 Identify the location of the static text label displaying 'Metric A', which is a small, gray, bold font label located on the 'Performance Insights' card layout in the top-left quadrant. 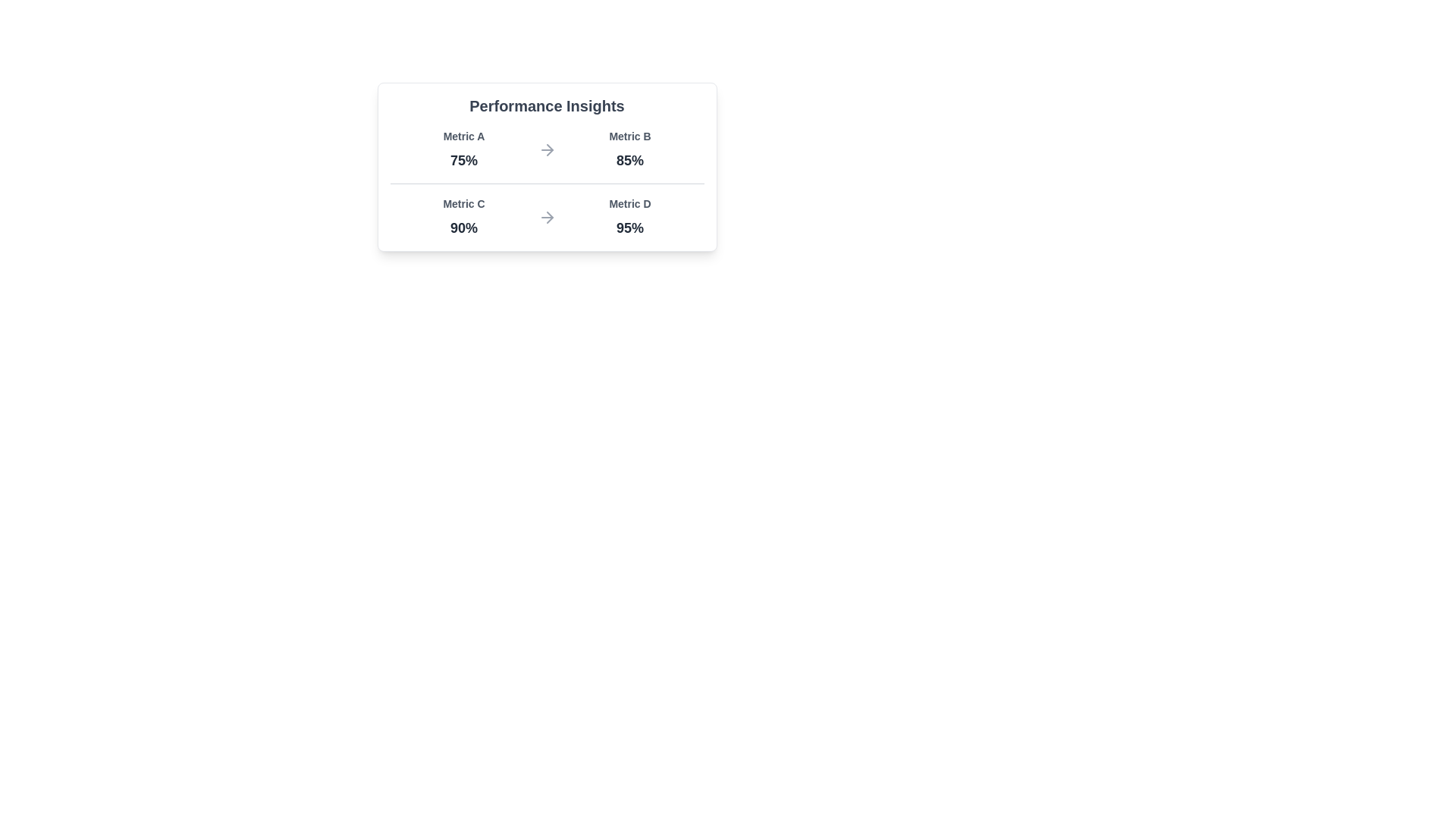
(463, 136).